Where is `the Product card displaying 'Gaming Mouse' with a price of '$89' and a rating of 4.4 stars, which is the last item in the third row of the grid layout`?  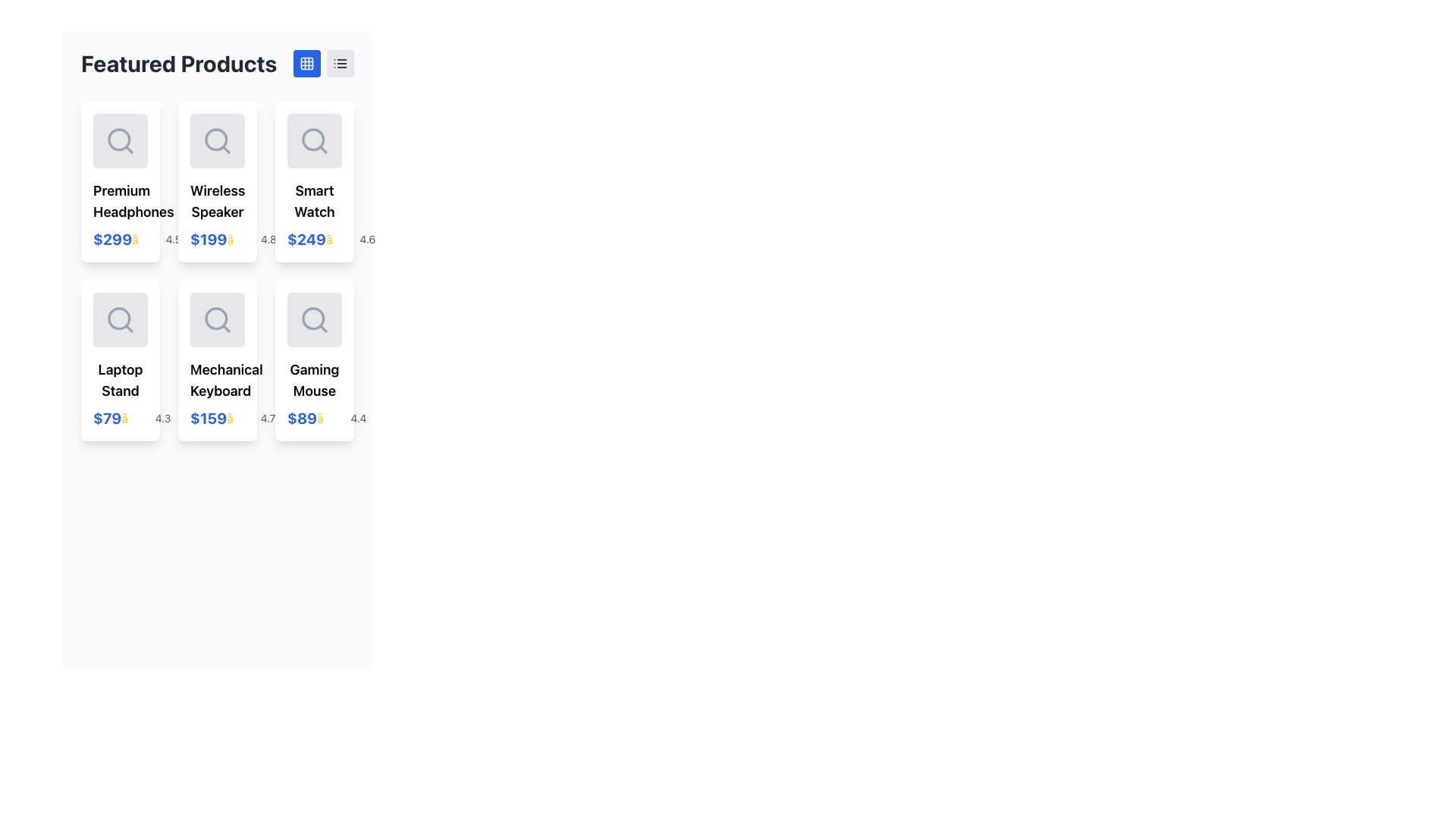
the Product card displaying 'Gaming Mouse' with a price of '$89' and a rating of 4.4 stars, which is the last item in the third row of the grid layout is located at coordinates (313, 360).